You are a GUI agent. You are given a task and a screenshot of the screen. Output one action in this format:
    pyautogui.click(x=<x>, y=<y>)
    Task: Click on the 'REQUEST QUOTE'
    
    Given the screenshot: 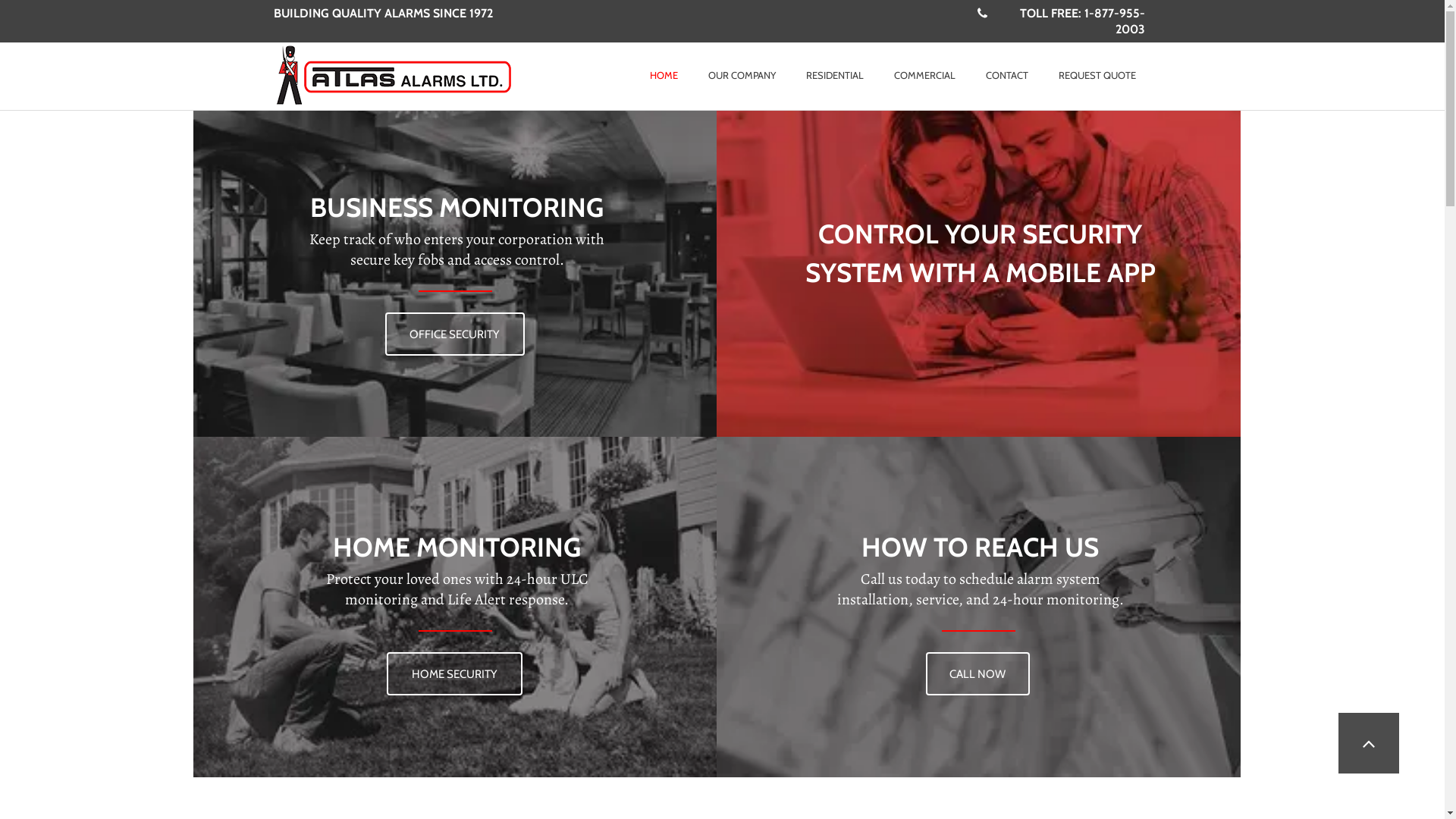 What is the action you would take?
    pyautogui.click(x=1043, y=75)
    